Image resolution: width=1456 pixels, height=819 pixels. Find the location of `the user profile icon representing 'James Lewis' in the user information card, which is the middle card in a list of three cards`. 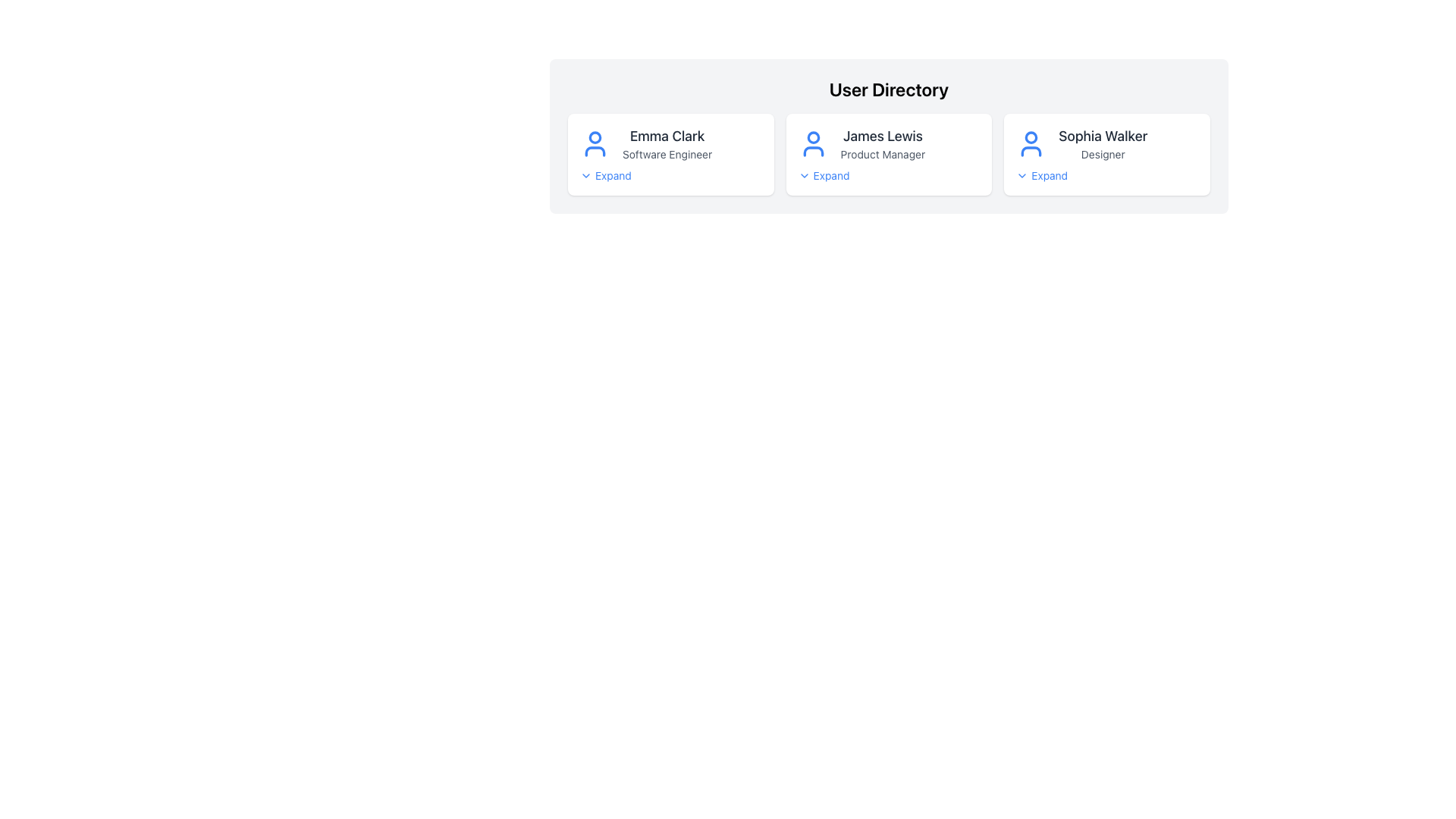

the user profile icon representing 'James Lewis' in the user information card, which is the middle card in a list of three cards is located at coordinates (812, 143).